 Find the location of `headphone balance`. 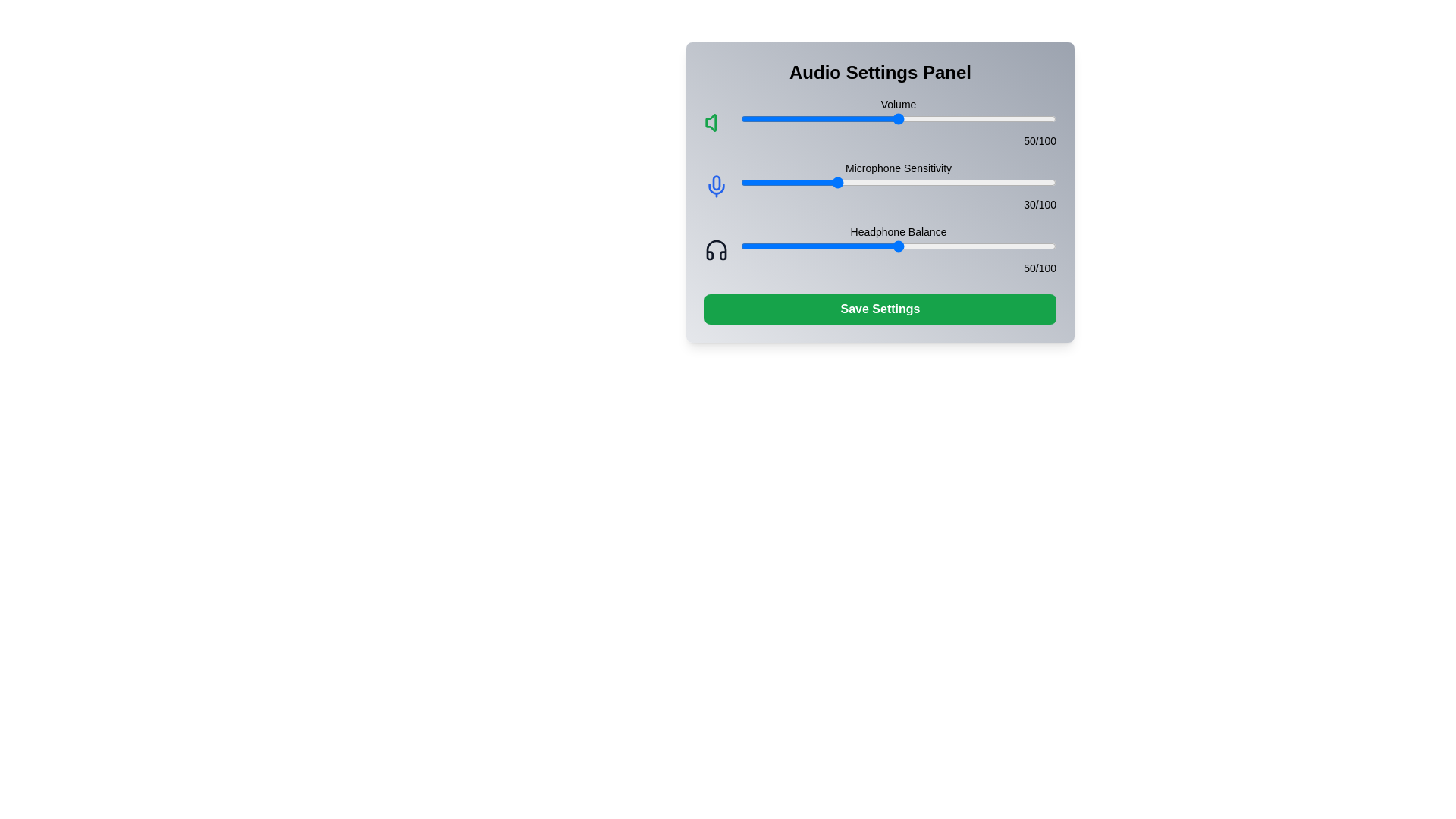

headphone balance is located at coordinates (834, 245).